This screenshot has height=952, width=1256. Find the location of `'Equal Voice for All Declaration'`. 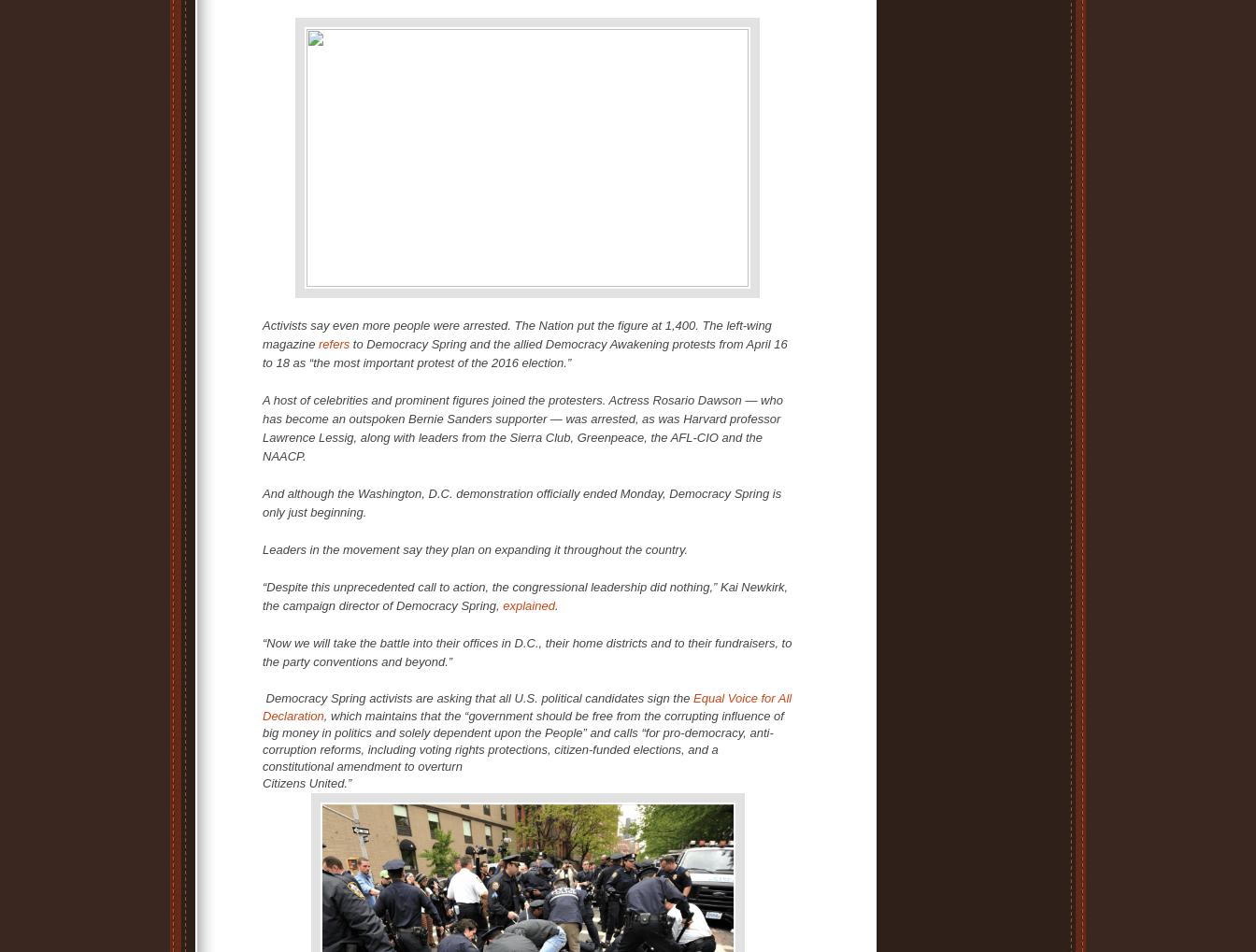

'Equal Voice for All Declaration' is located at coordinates (526, 705).